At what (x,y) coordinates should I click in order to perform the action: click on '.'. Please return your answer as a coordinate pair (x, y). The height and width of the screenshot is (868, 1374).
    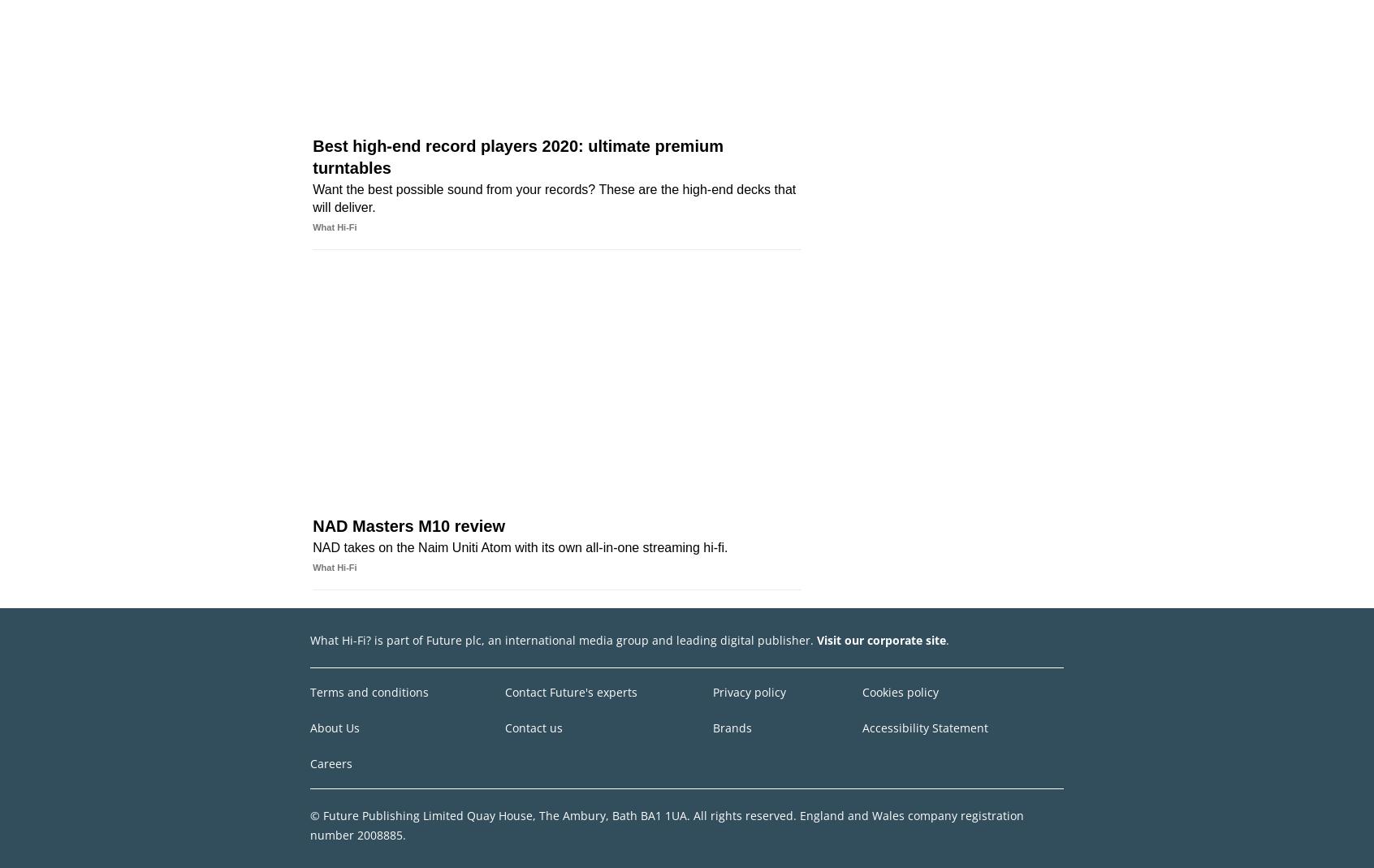
    Looking at the image, I should click on (946, 639).